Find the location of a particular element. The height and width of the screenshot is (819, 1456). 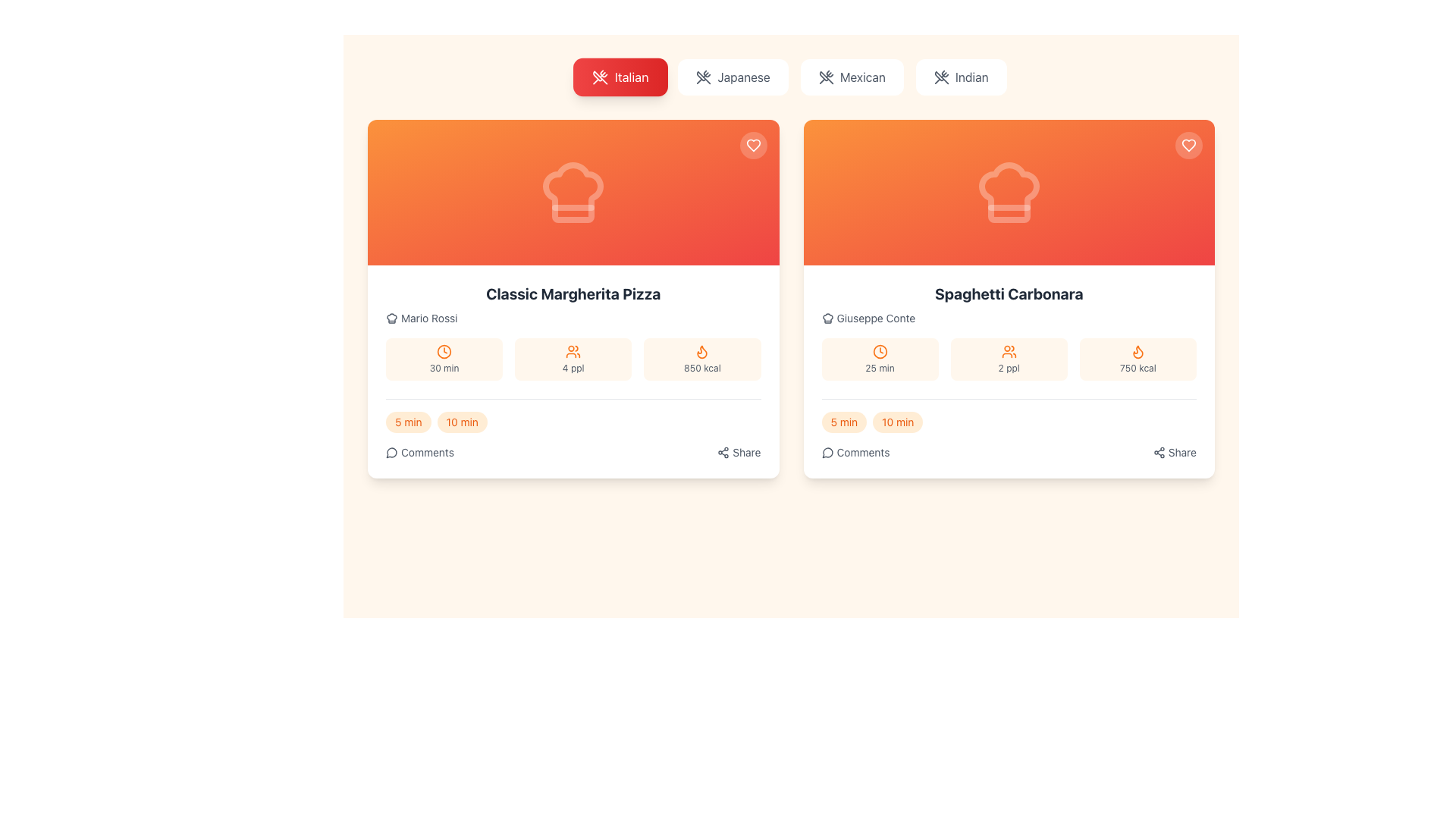

the calorie icon located in the right-side card labeled 'Spaghetti Carbonara', which is positioned to the right of the 'calories' label and numerical value, emphasizing heat or energy consumption is located at coordinates (1137, 352).